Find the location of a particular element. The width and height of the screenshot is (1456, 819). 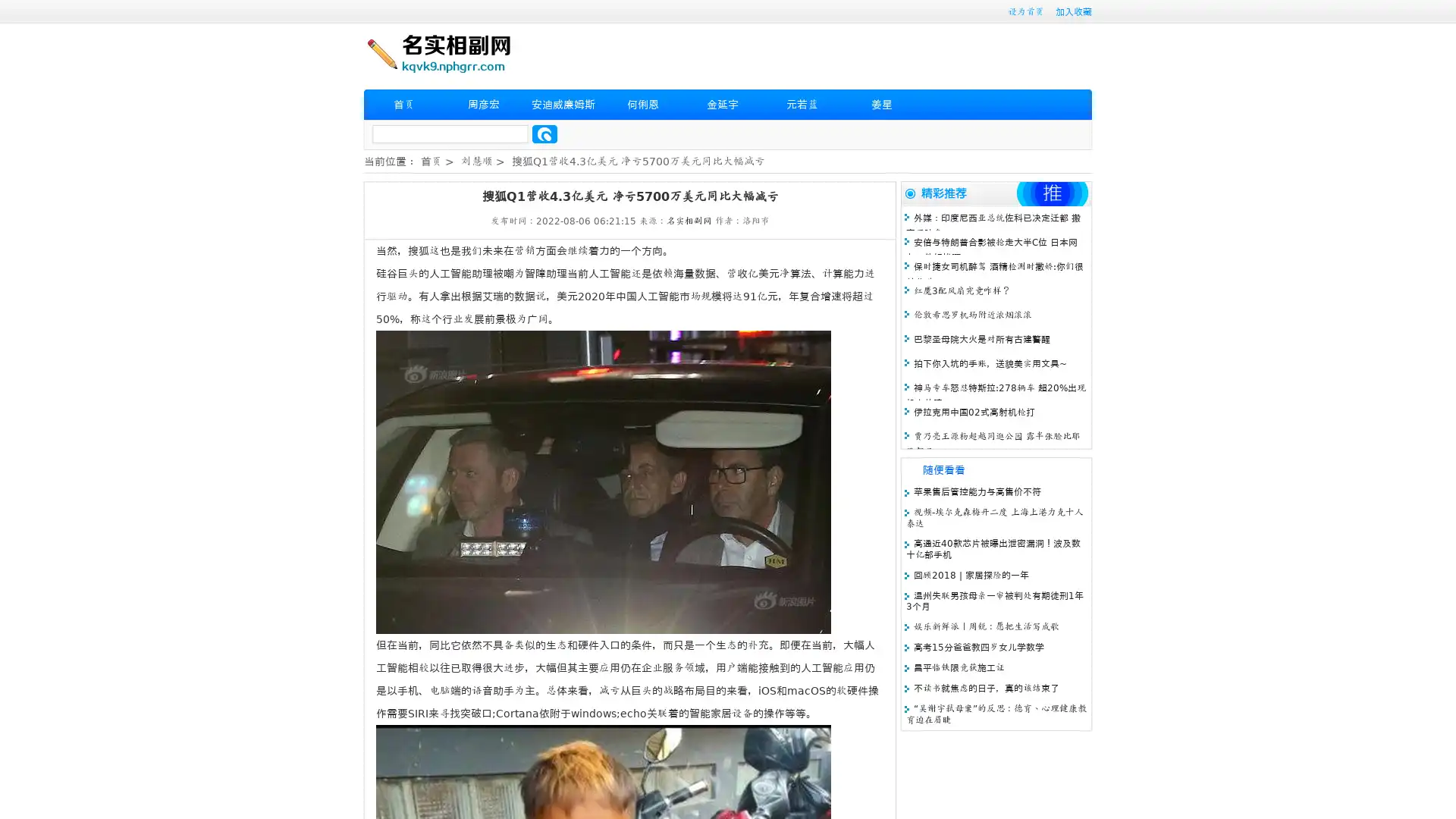

Search is located at coordinates (544, 133).